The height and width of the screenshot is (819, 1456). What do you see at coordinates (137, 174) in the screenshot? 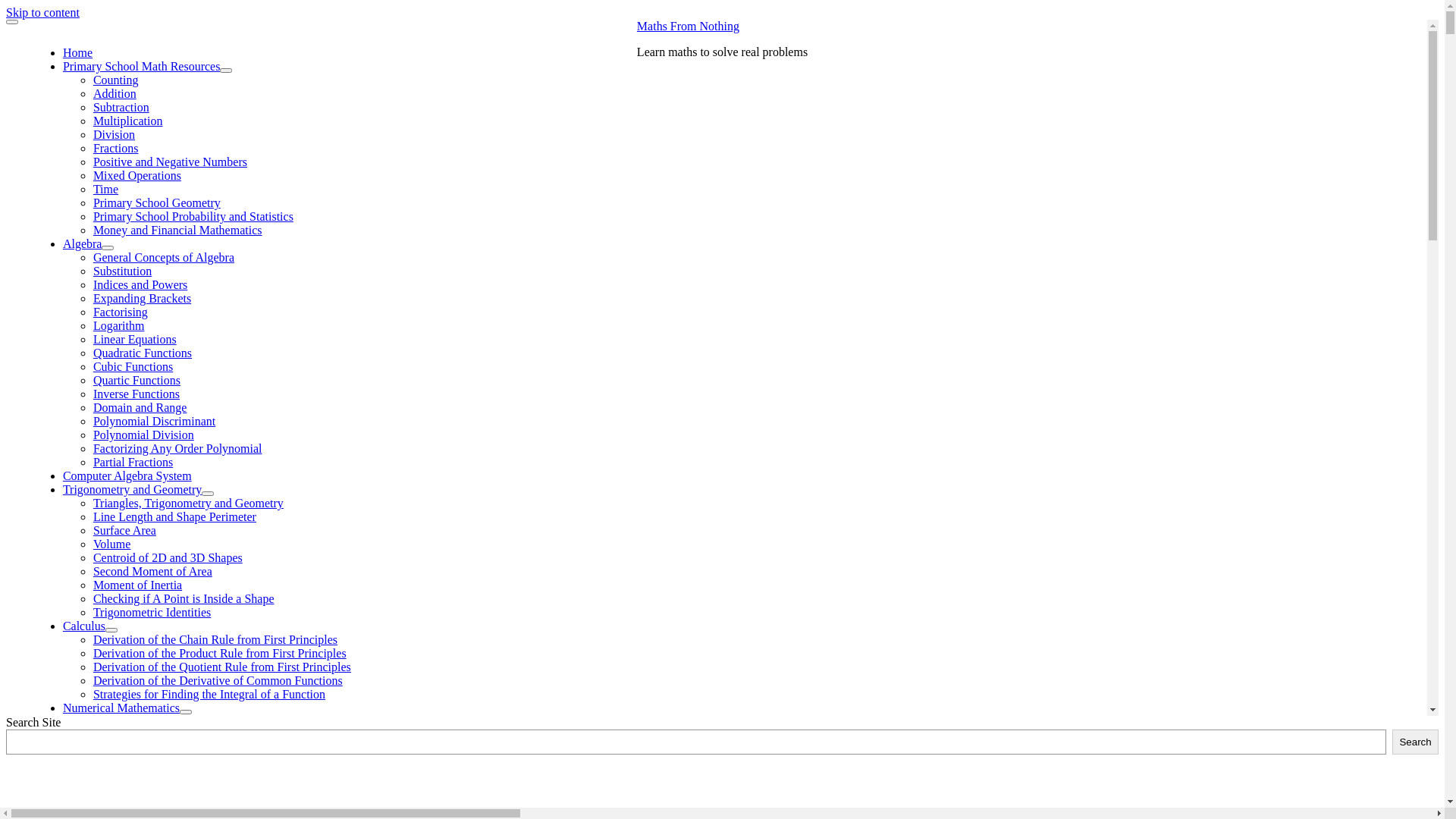
I see `'Mixed Operations'` at bounding box center [137, 174].